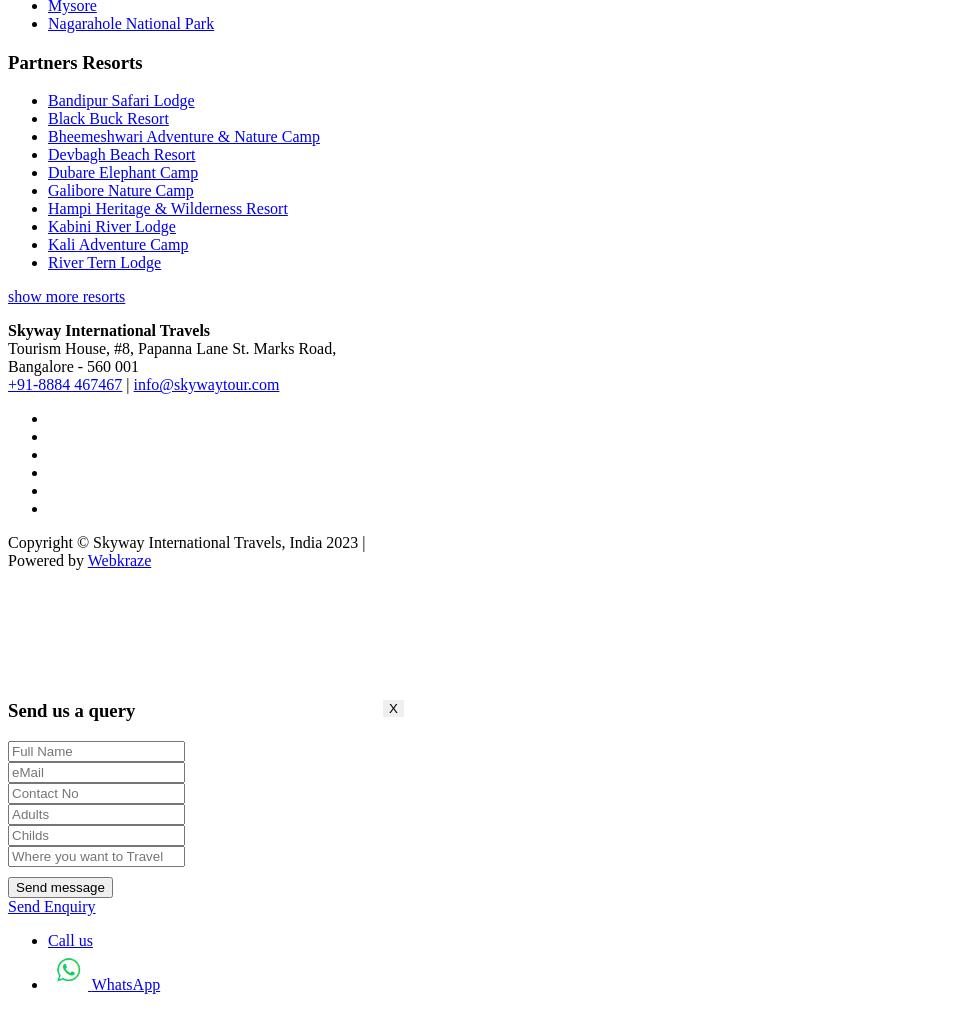 This screenshot has height=1009, width=961. I want to click on 'Skyway International Travels', so click(107, 329).